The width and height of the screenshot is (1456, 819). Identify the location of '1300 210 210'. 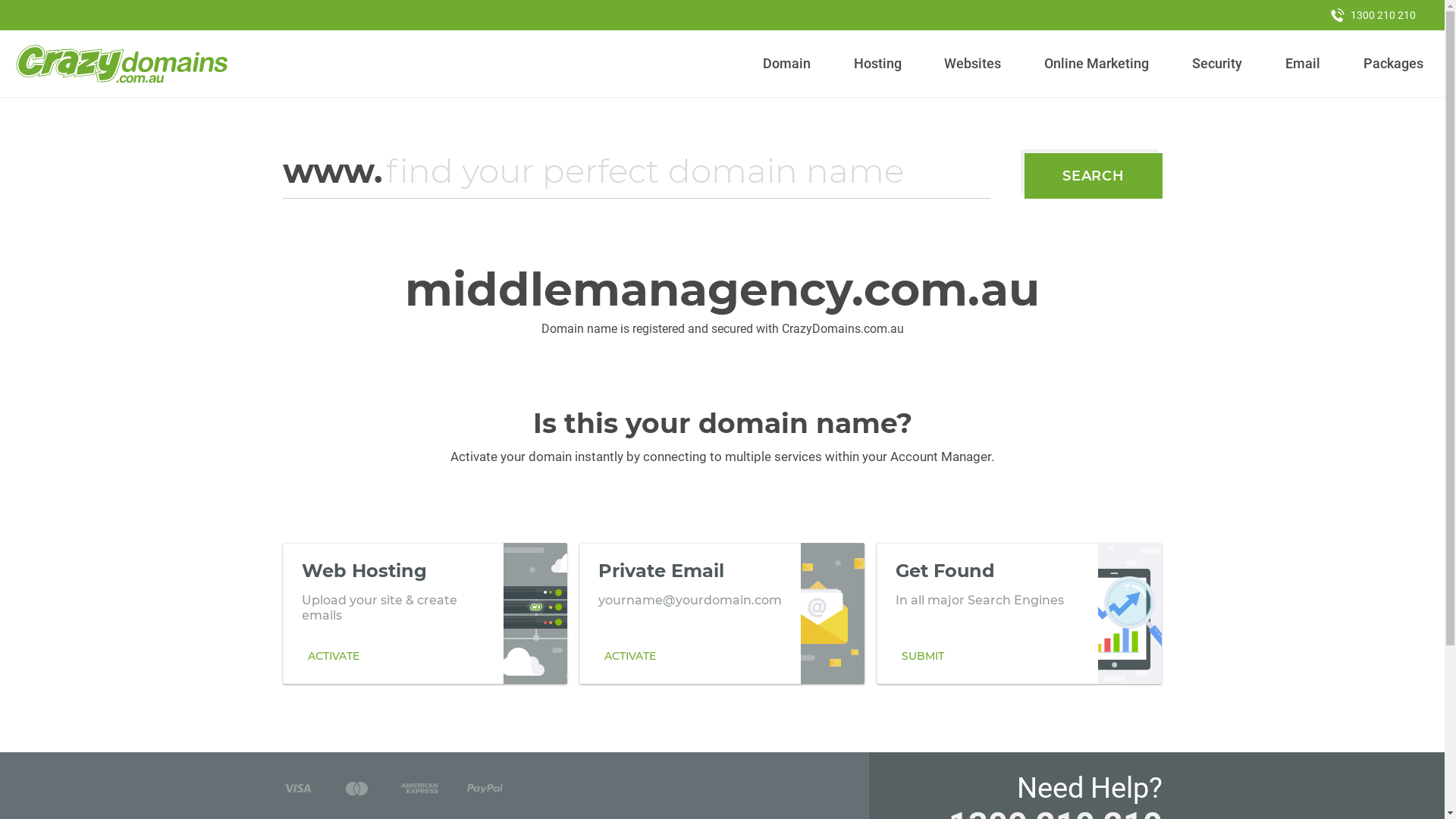
(1373, 14).